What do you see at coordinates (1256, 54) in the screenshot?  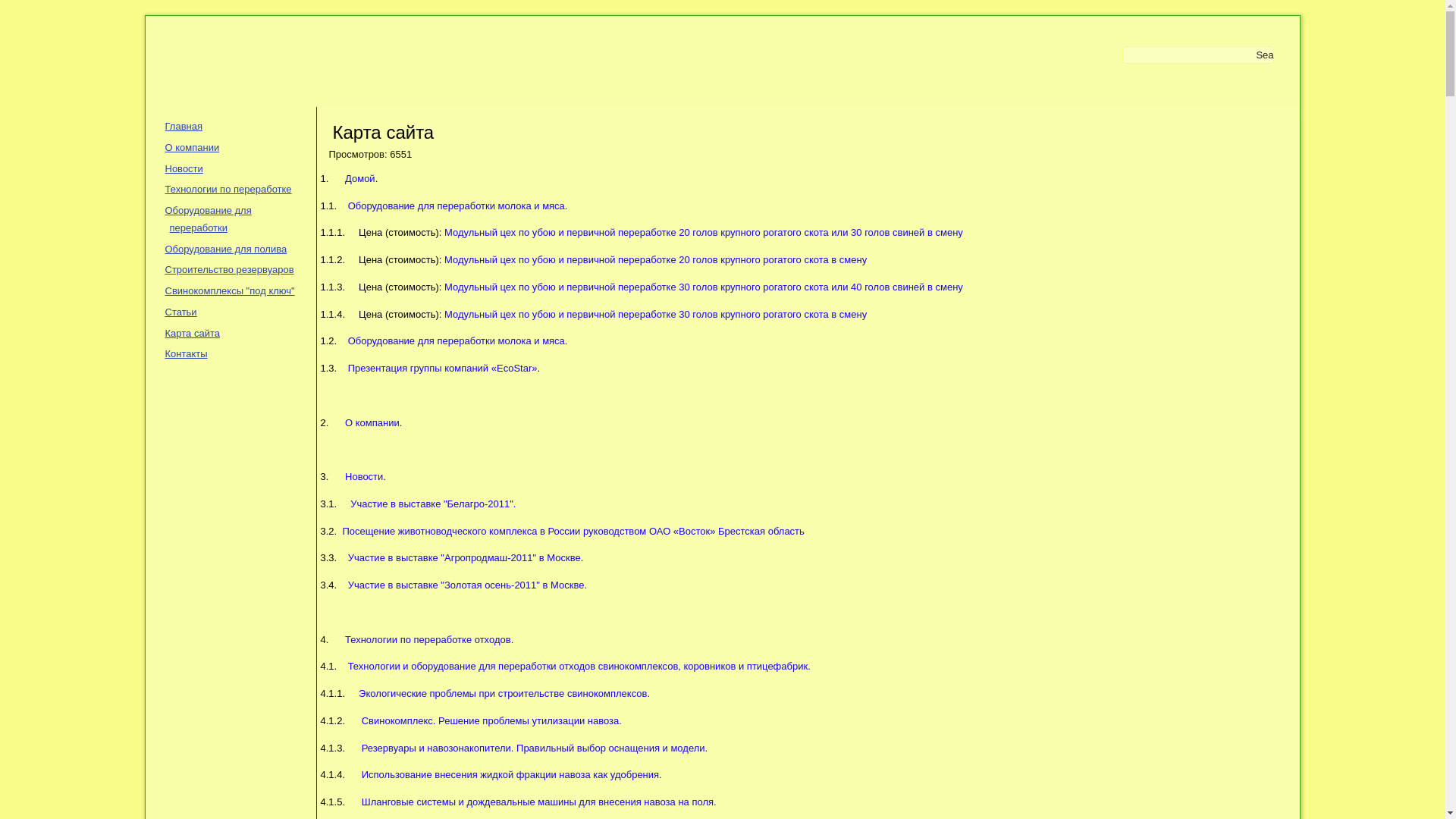 I see `'Search'` at bounding box center [1256, 54].